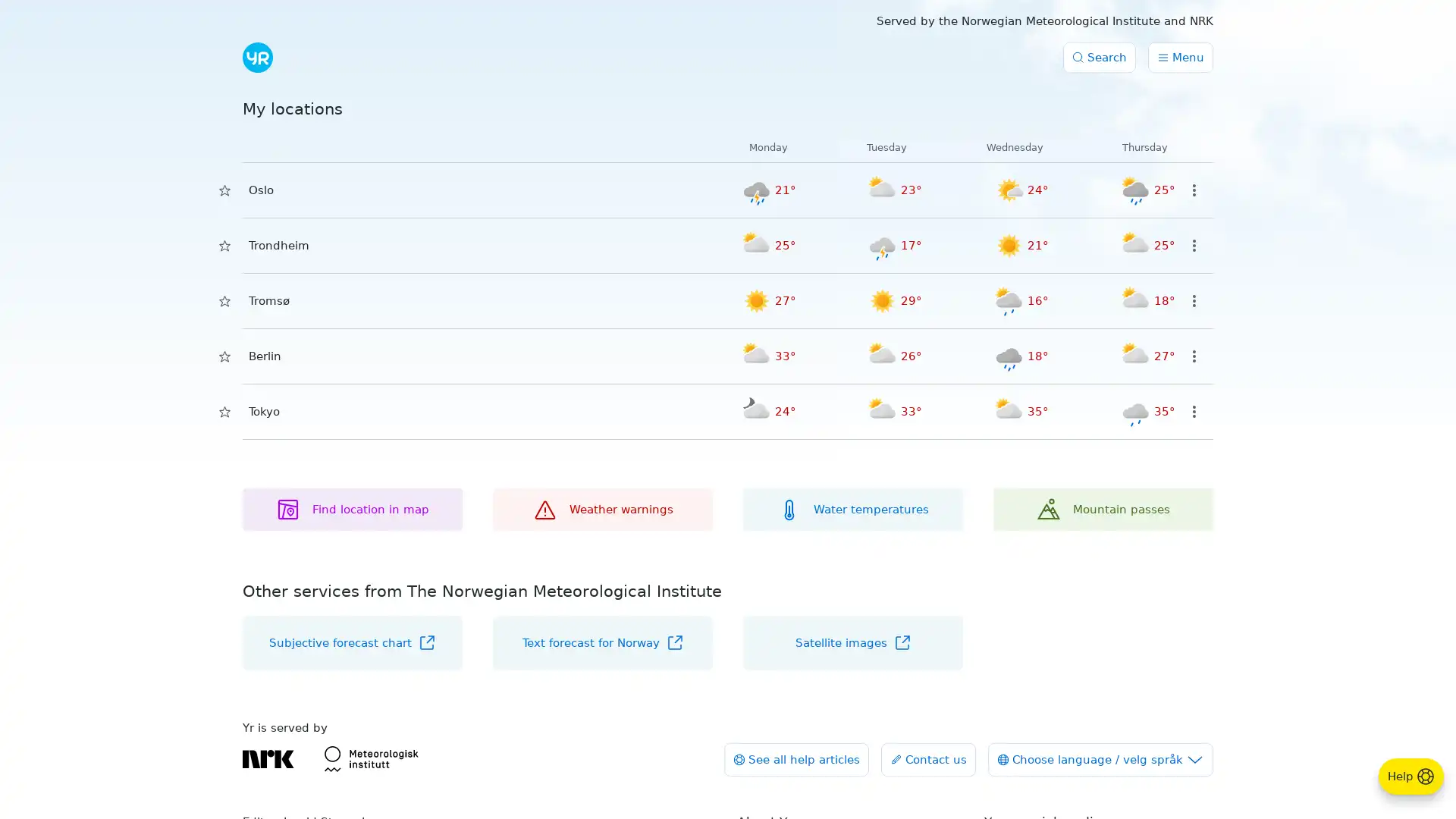 The height and width of the screenshot is (819, 1456). What do you see at coordinates (1193, 356) in the screenshot?
I see `Options for location` at bounding box center [1193, 356].